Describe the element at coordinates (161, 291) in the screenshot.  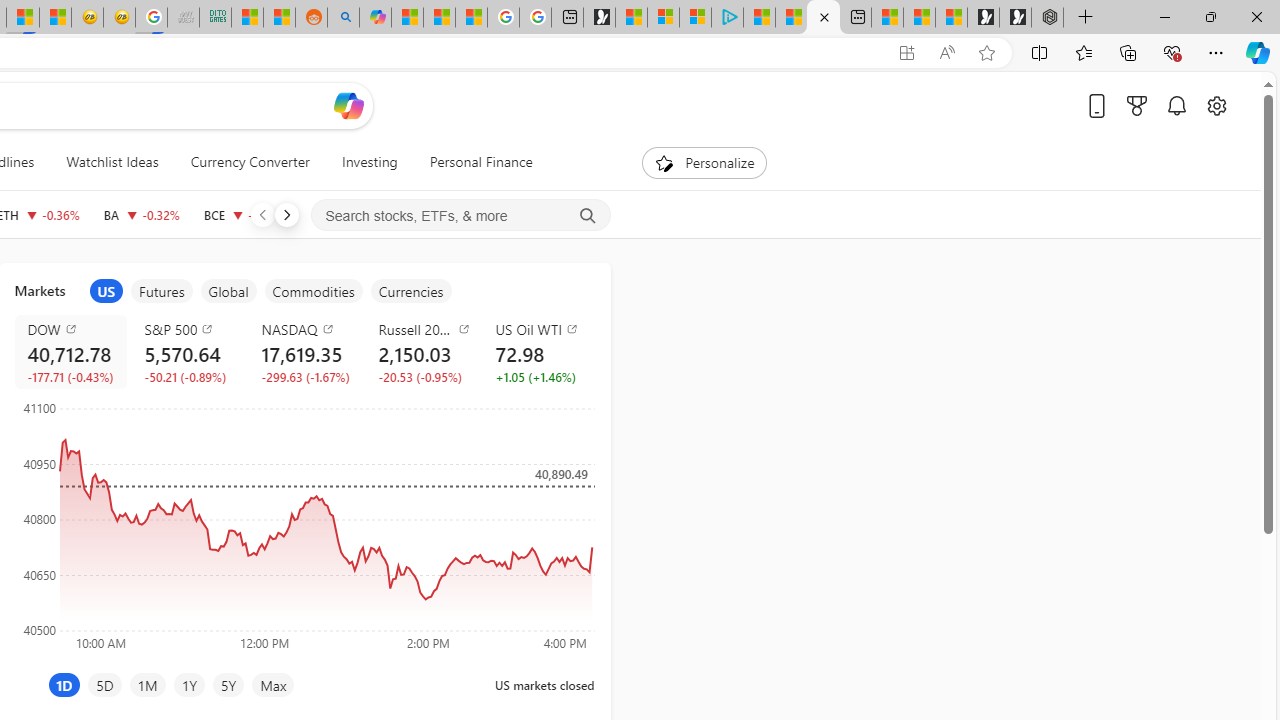
I see `'item2'` at that location.